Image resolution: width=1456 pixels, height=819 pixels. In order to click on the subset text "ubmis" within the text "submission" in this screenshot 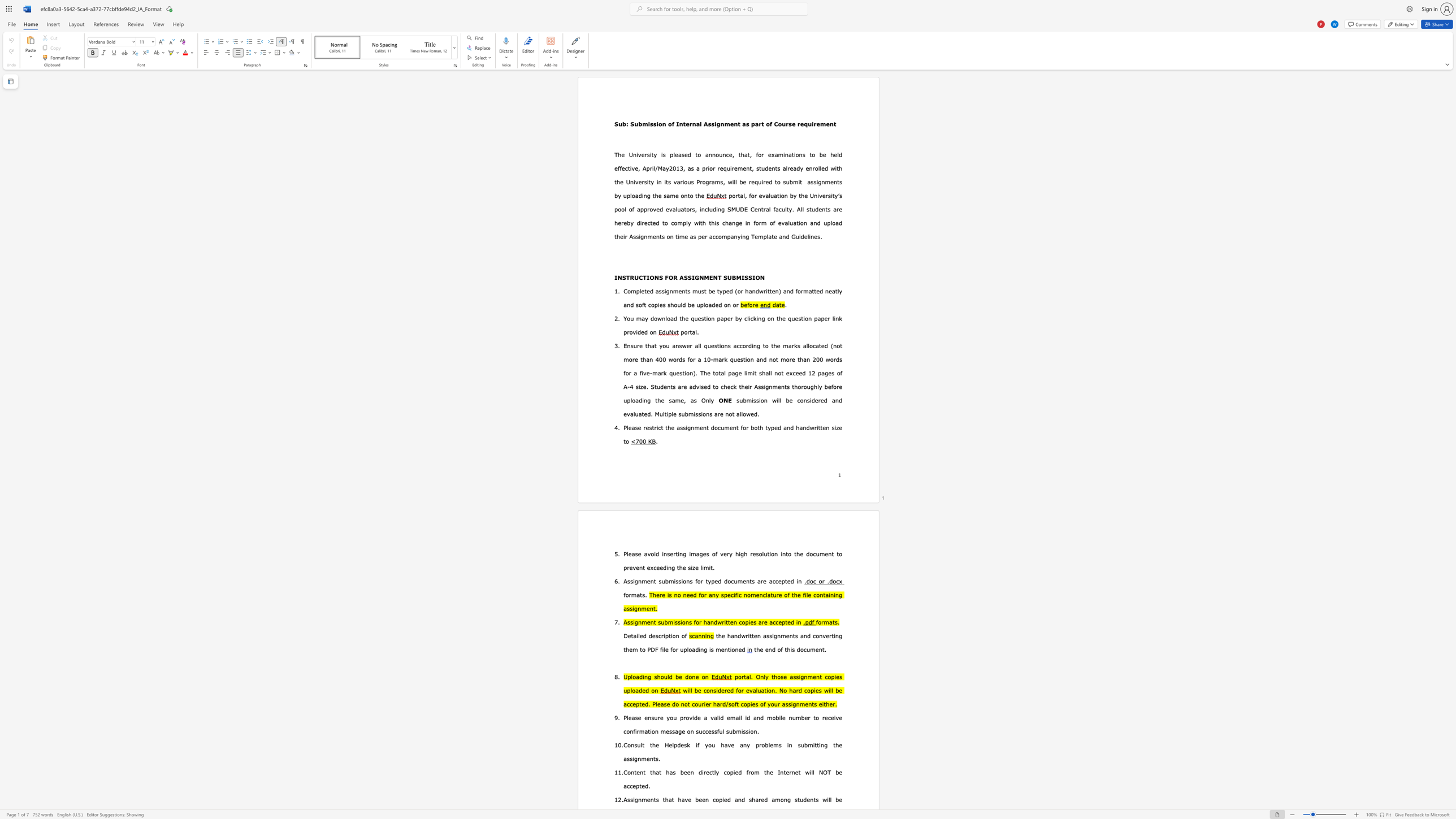, I will do `click(739, 400)`.